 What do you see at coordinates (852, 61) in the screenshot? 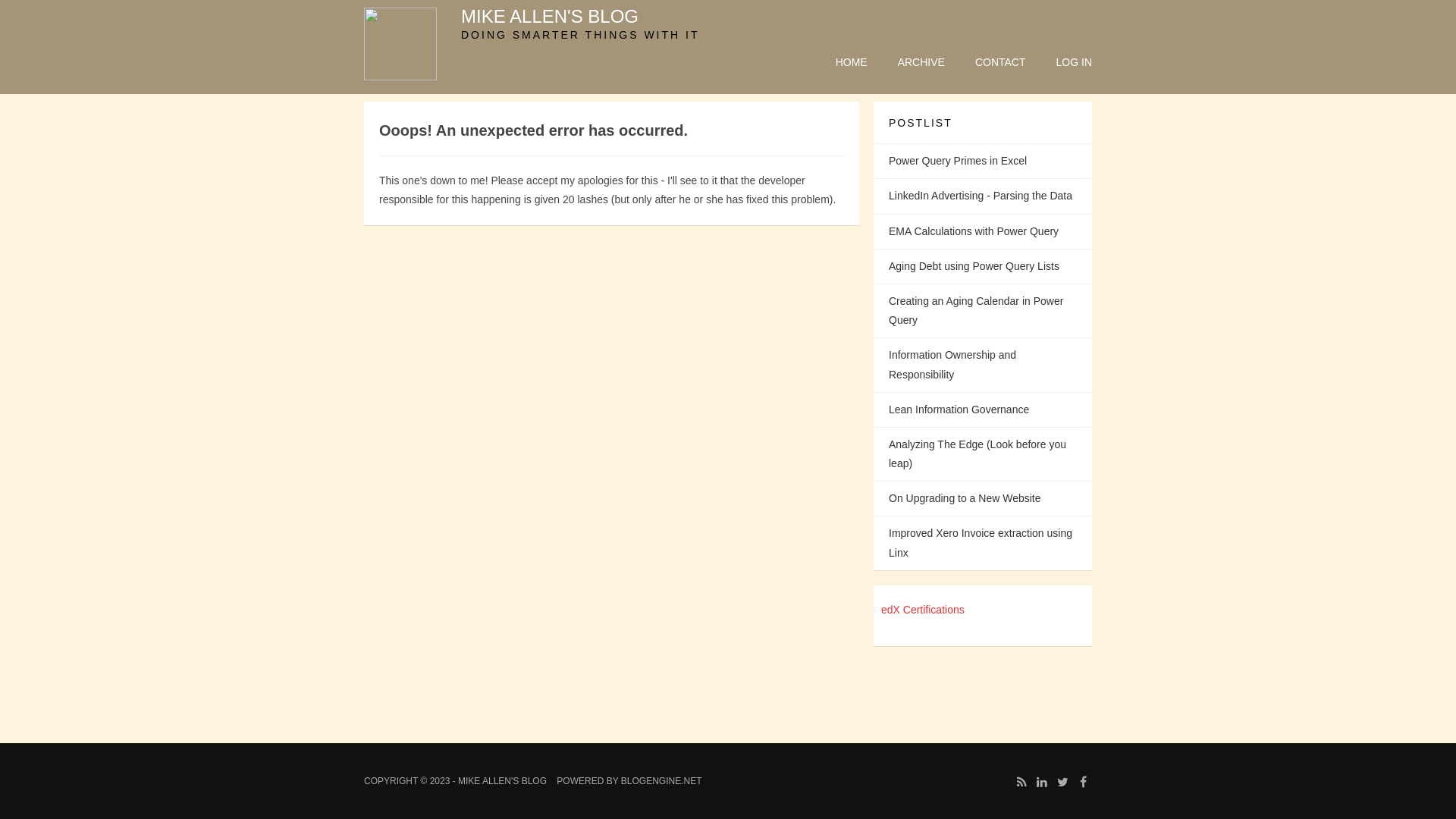
I see `'HOME'` at bounding box center [852, 61].